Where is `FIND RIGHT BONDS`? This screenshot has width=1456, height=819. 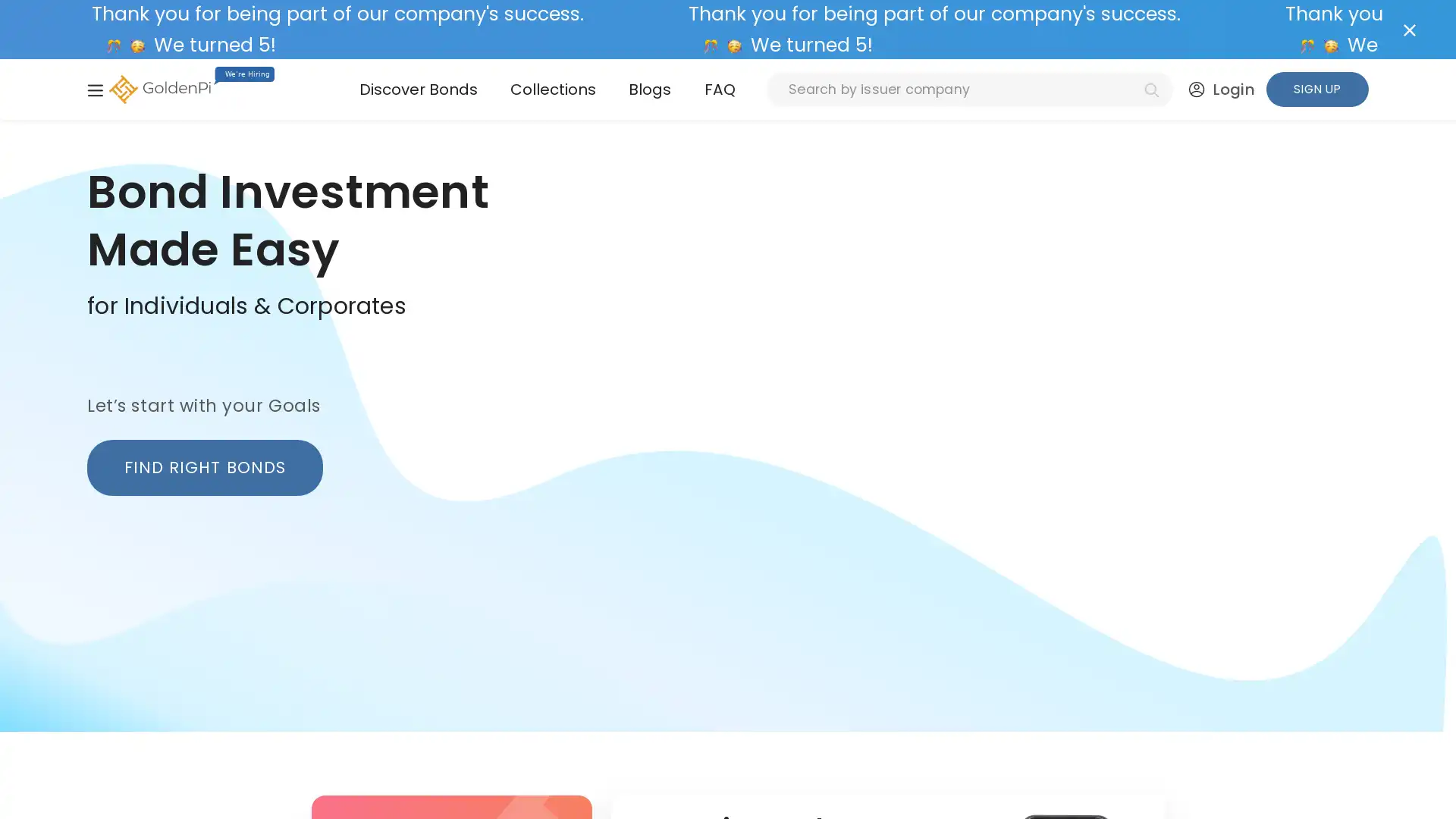
FIND RIGHT BONDS is located at coordinates (203, 466).